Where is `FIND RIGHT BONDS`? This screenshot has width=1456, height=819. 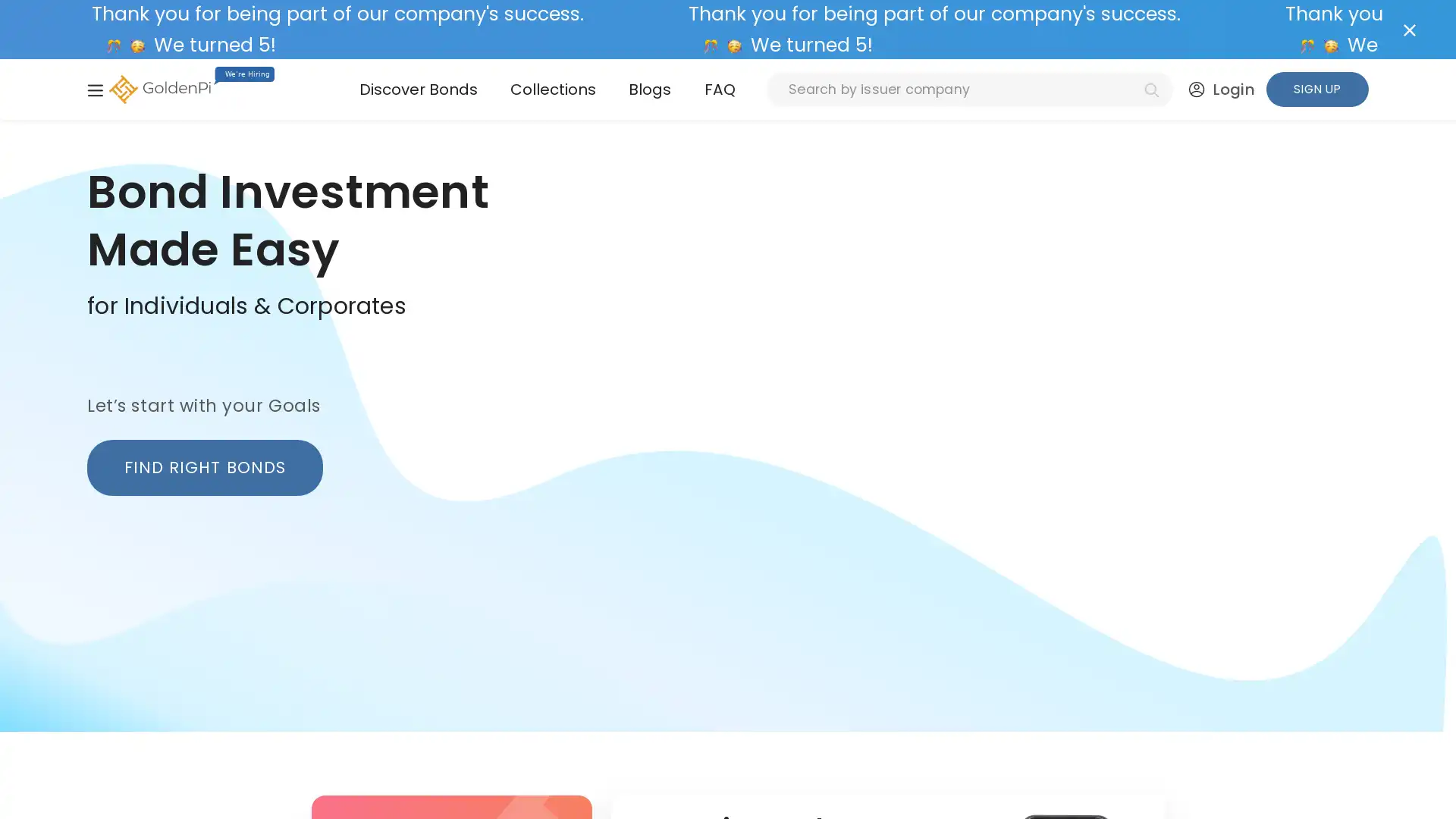
FIND RIGHT BONDS is located at coordinates (203, 466).